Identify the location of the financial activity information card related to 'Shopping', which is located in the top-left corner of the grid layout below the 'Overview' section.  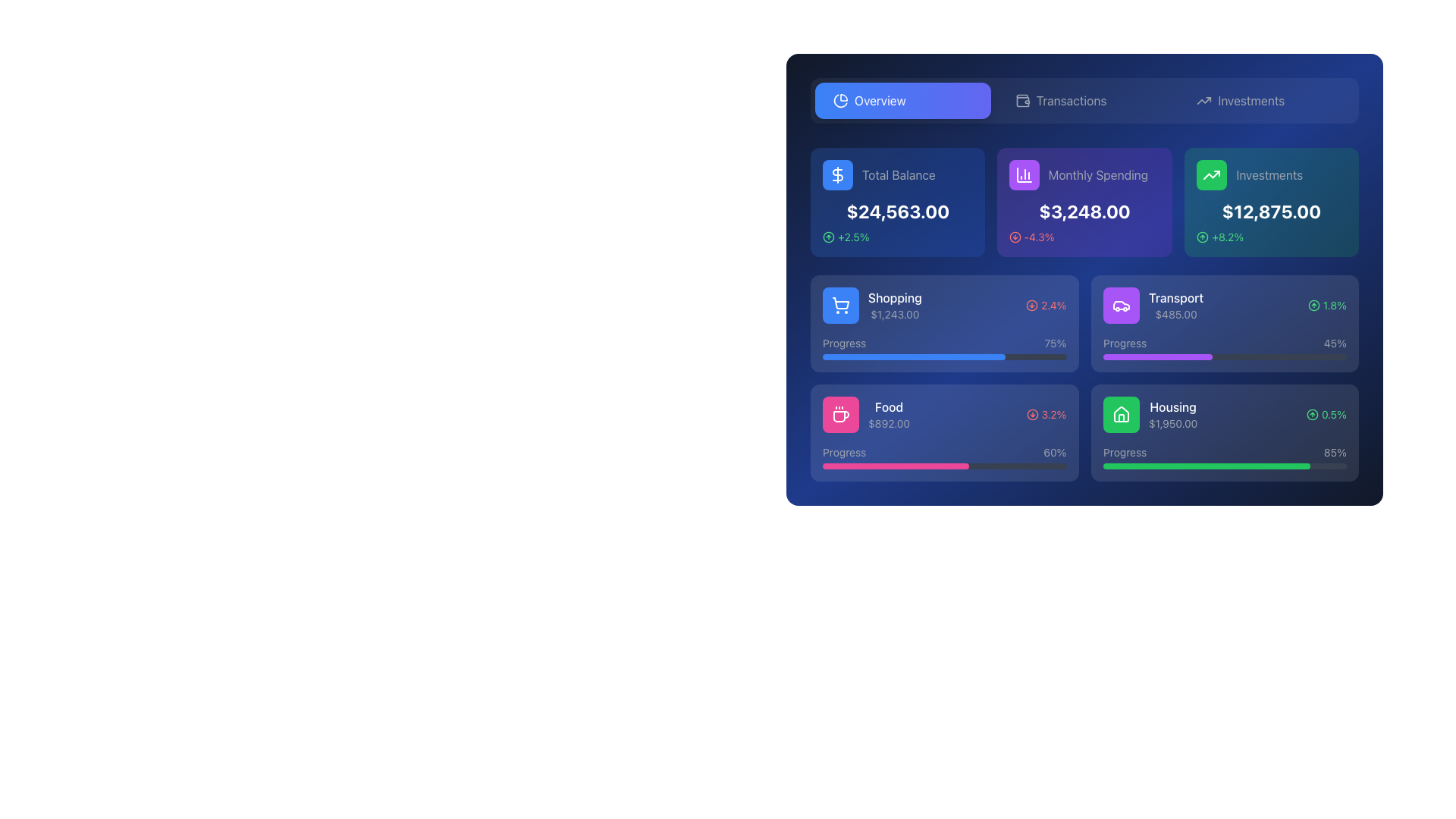
(943, 323).